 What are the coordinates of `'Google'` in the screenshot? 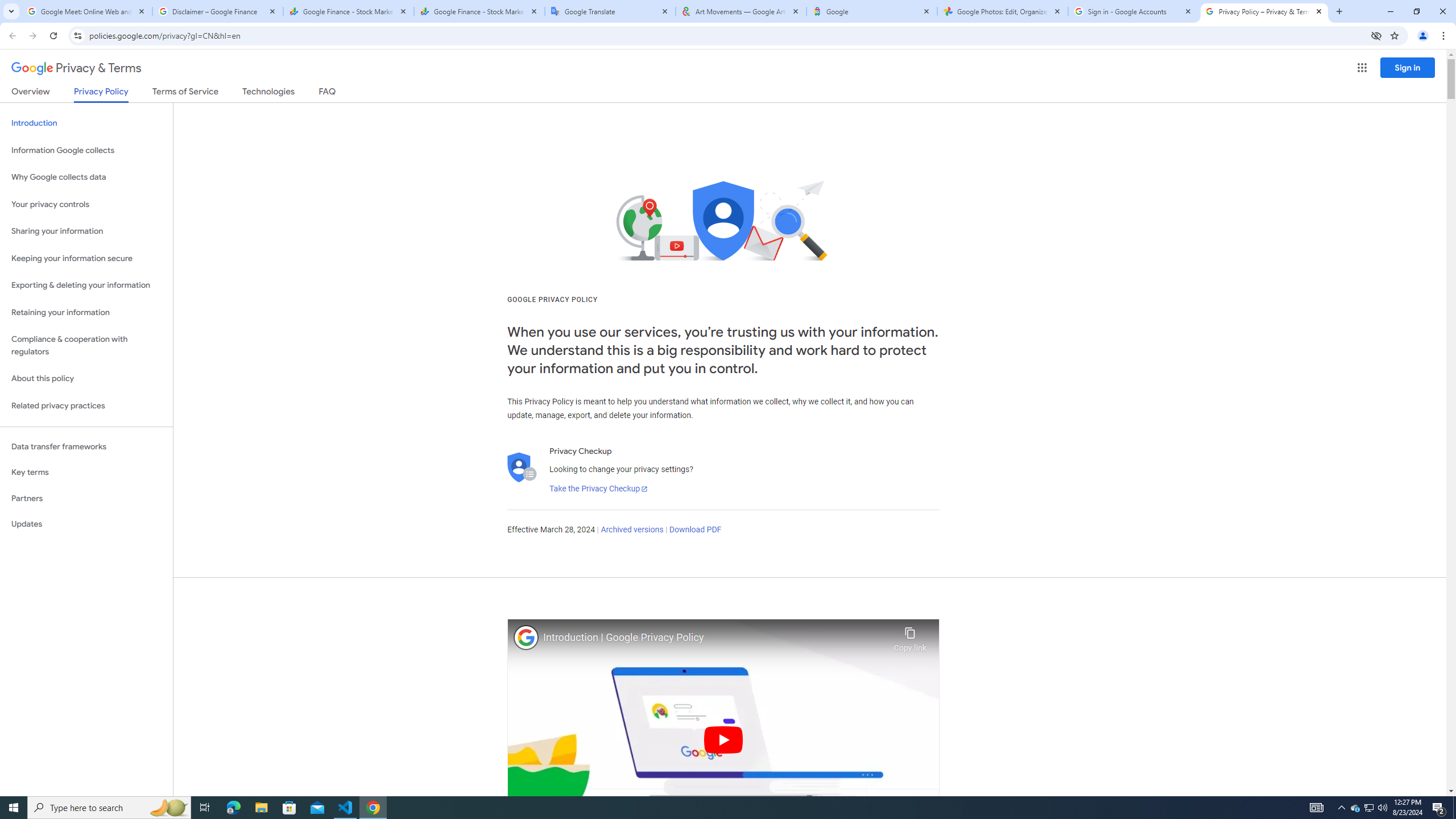 It's located at (871, 11).